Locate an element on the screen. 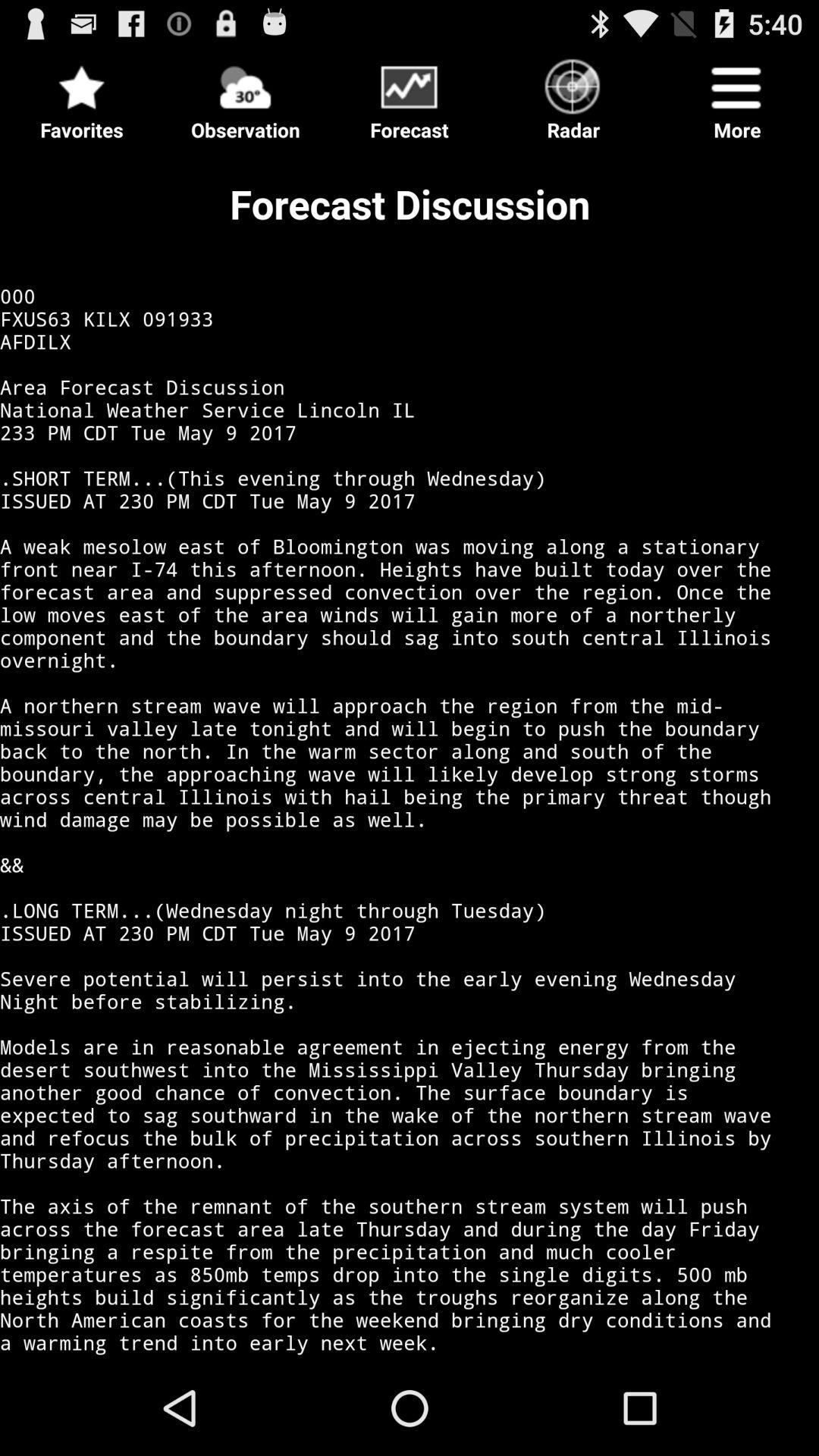 The height and width of the screenshot is (1456, 819). more button is located at coordinates (736, 94).